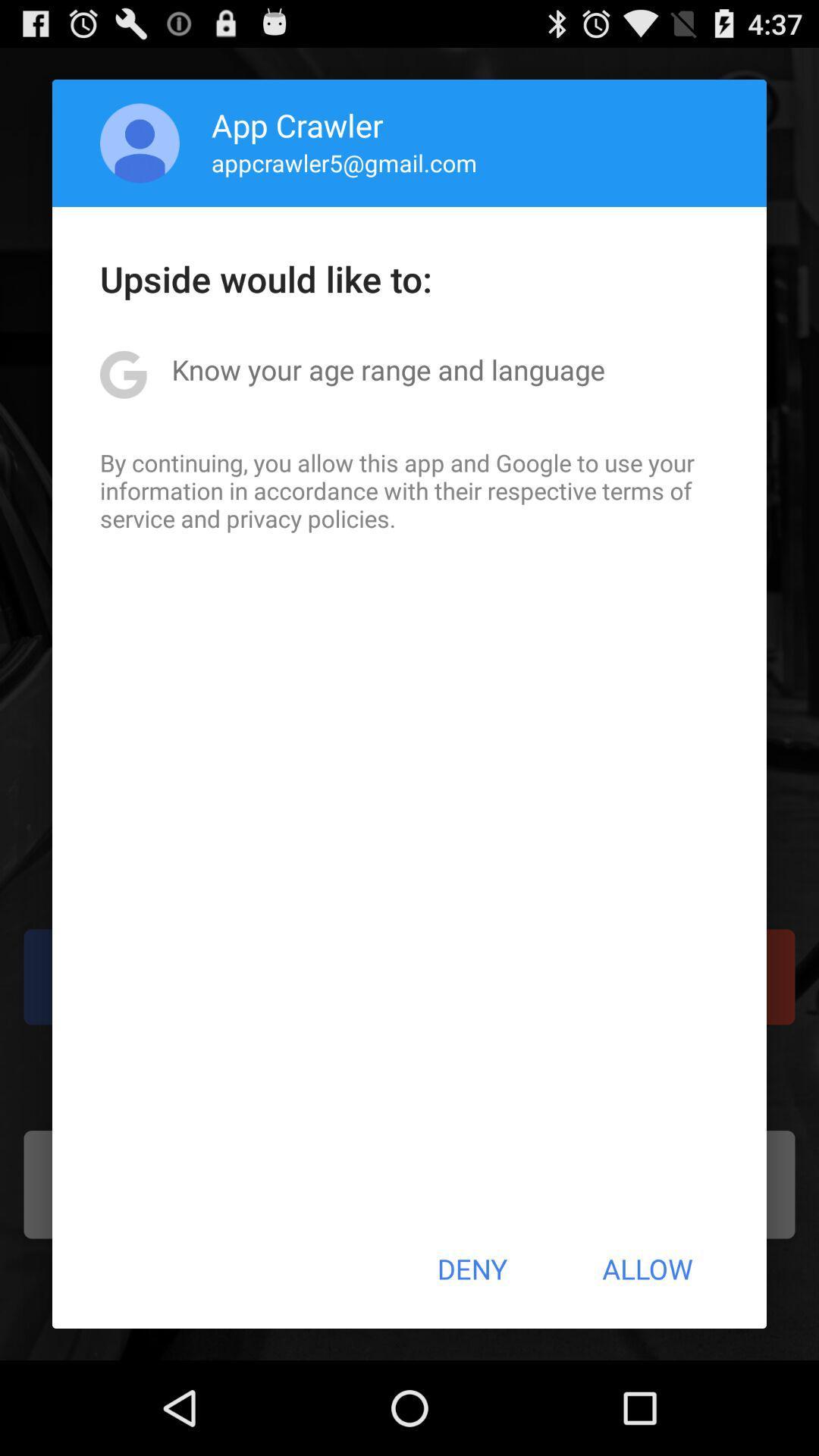 This screenshot has width=819, height=1456. I want to click on the item above upside would like icon, so click(344, 162).